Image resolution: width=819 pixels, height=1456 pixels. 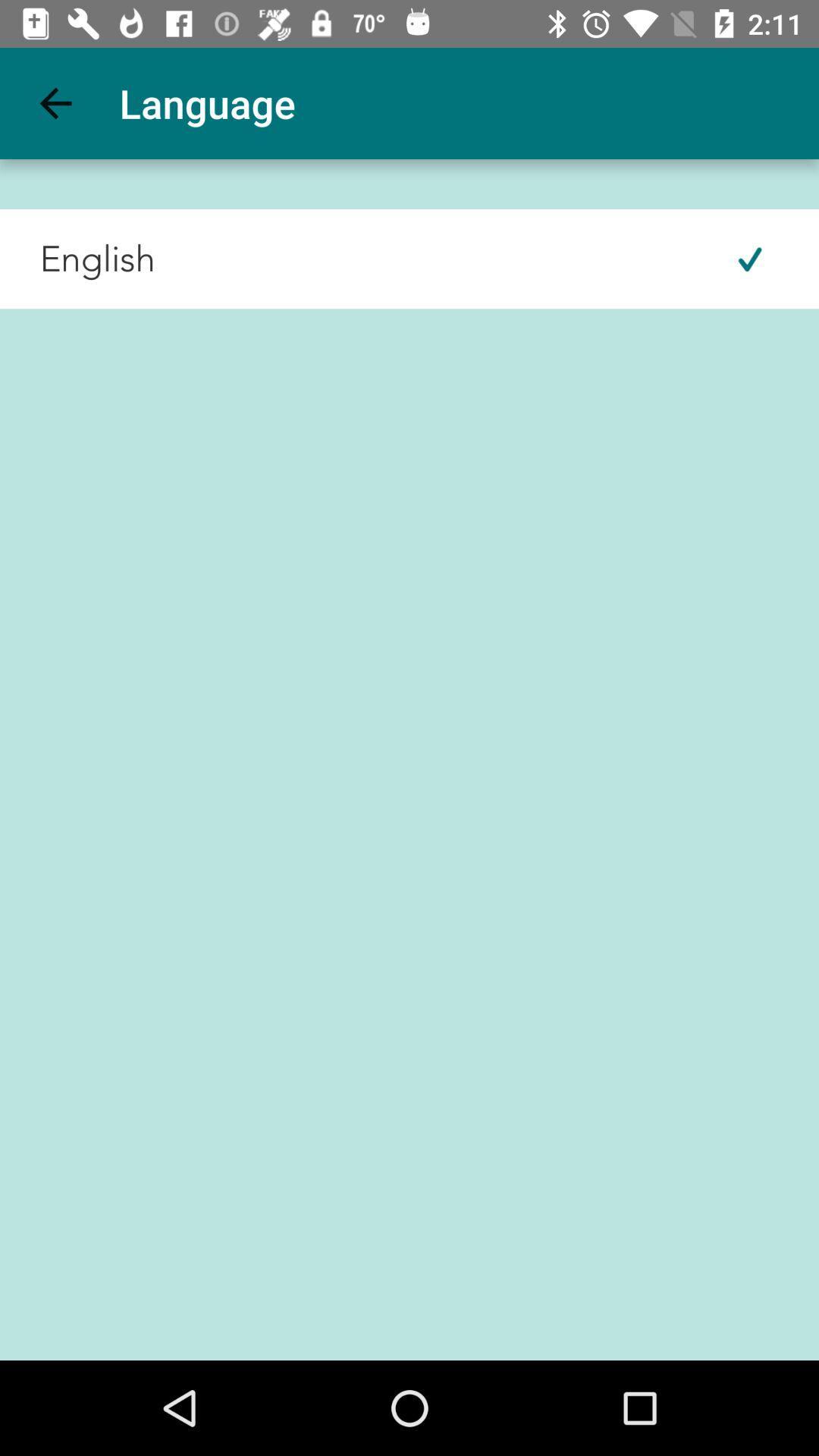 I want to click on icon at the top right corner, so click(x=748, y=259).